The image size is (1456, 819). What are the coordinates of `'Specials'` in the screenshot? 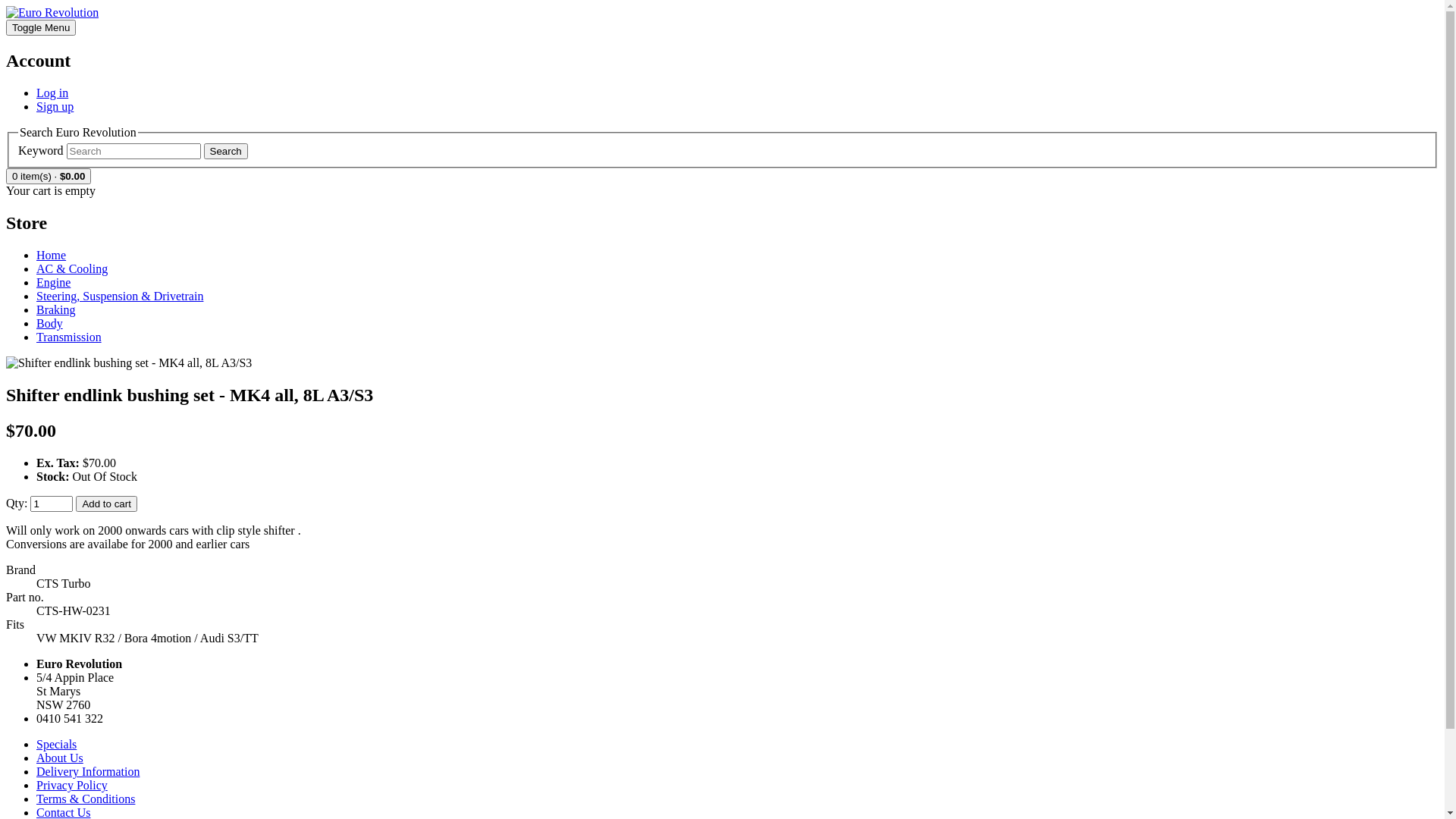 It's located at (56, 743).